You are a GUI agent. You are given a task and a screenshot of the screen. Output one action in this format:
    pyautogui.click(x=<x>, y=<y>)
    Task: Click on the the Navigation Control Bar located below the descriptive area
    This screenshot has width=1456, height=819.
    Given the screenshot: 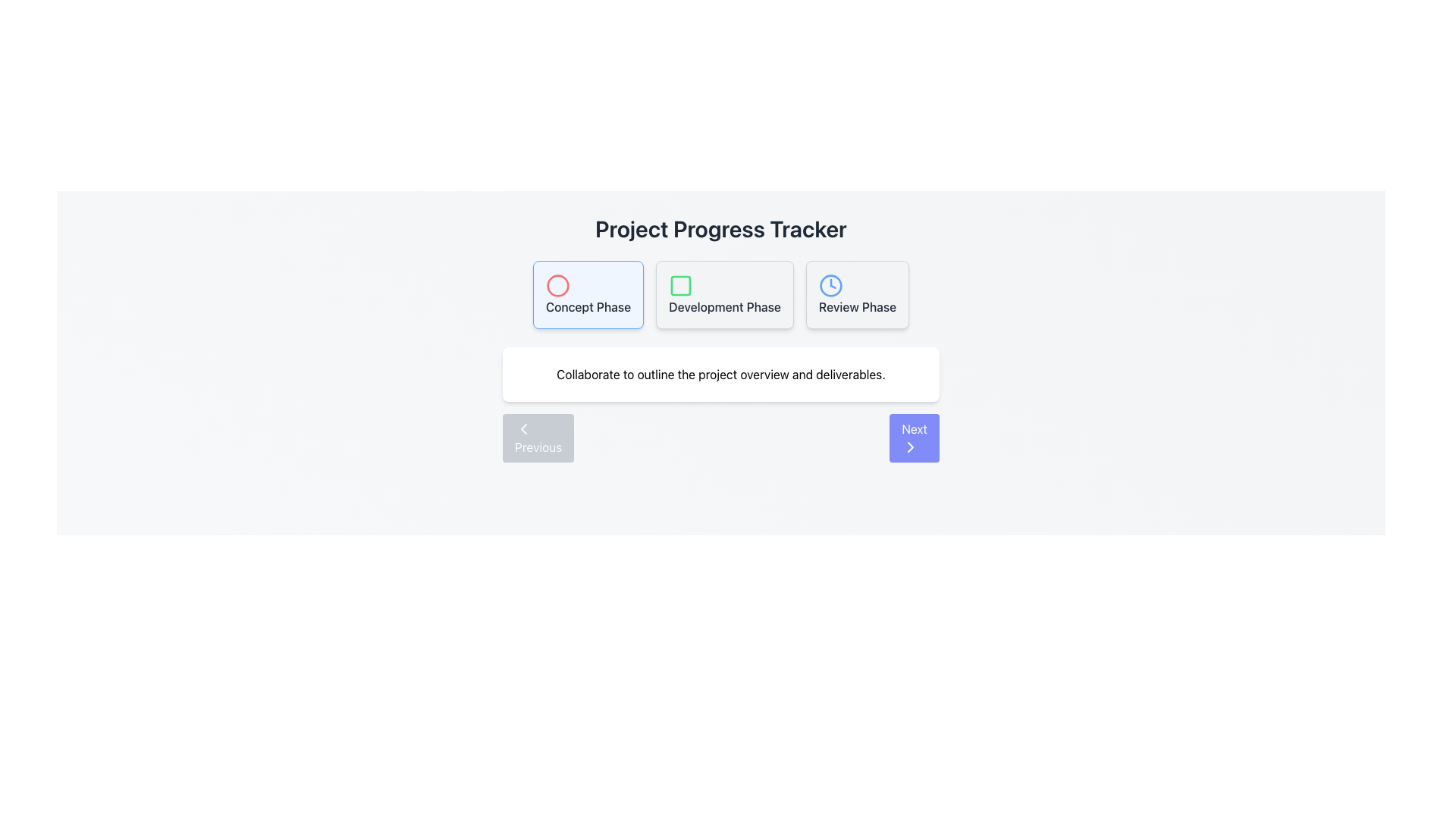 What is the action you would take?
    pyautogui.click(x=720, y=438)
    